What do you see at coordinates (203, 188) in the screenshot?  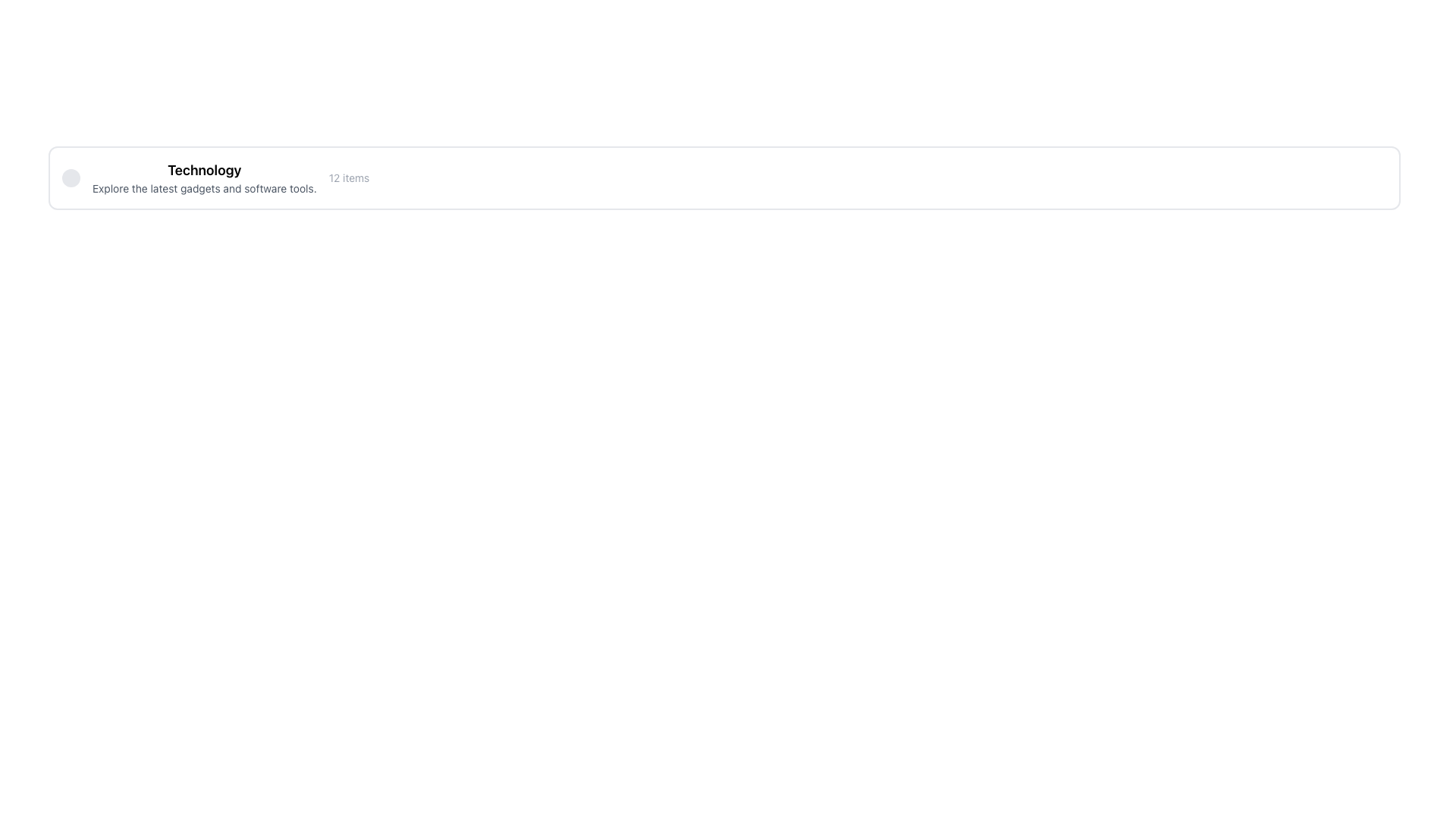 I see `the small gray text label displaying 'Explore the latest gadgets and software tools.' located below the bolded title 'Technology'` at bounding box center [203, 188].